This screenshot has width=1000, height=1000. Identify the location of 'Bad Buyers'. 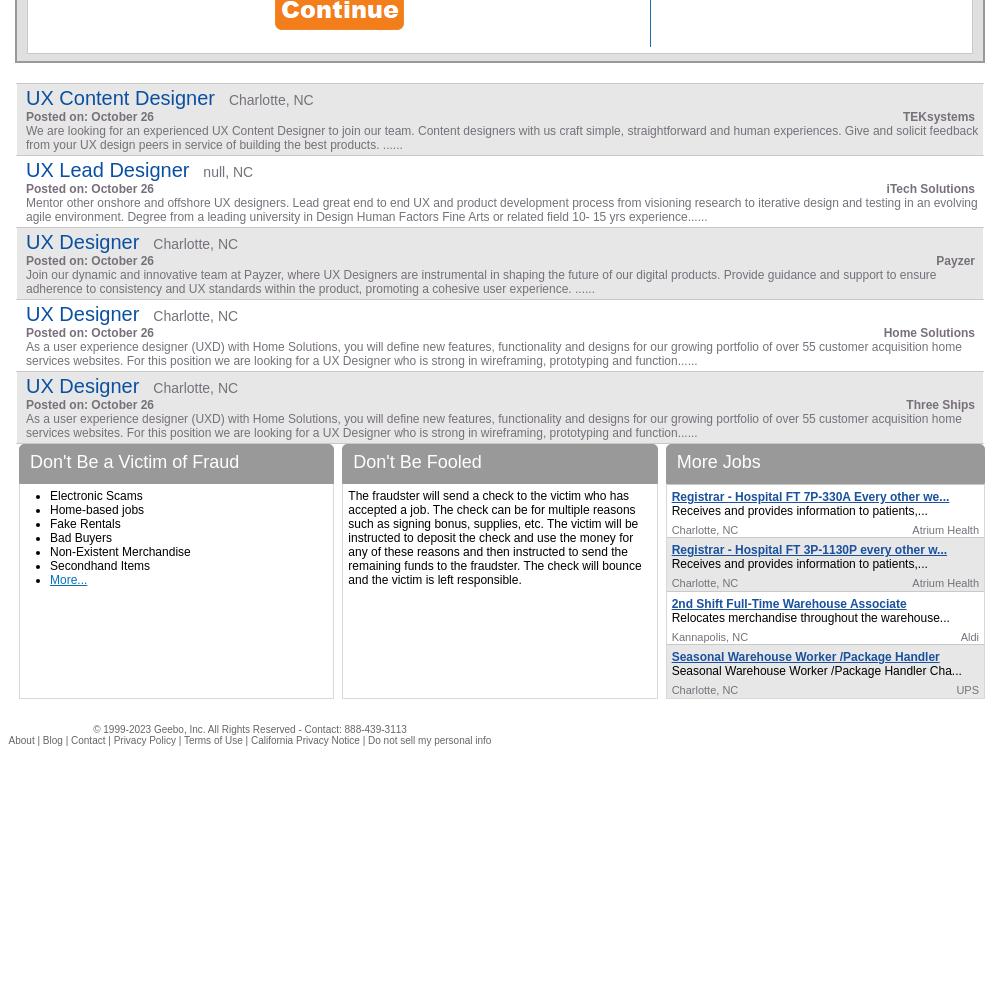
(80, 538).